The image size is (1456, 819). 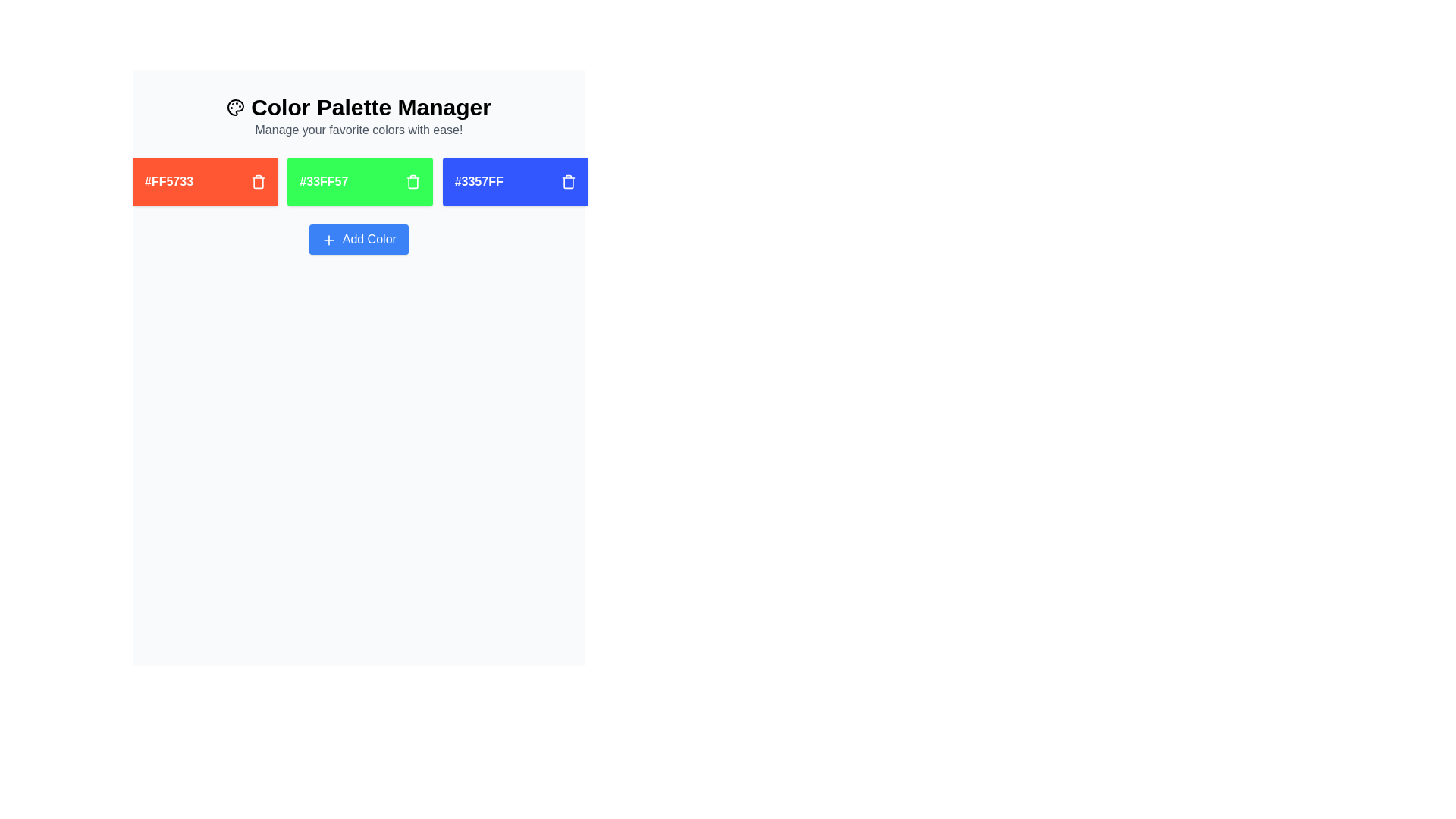 I want to click on the button located centrally below the three color blocks in the 'Color Palette Manager' UI, so click(x=358, y=239).